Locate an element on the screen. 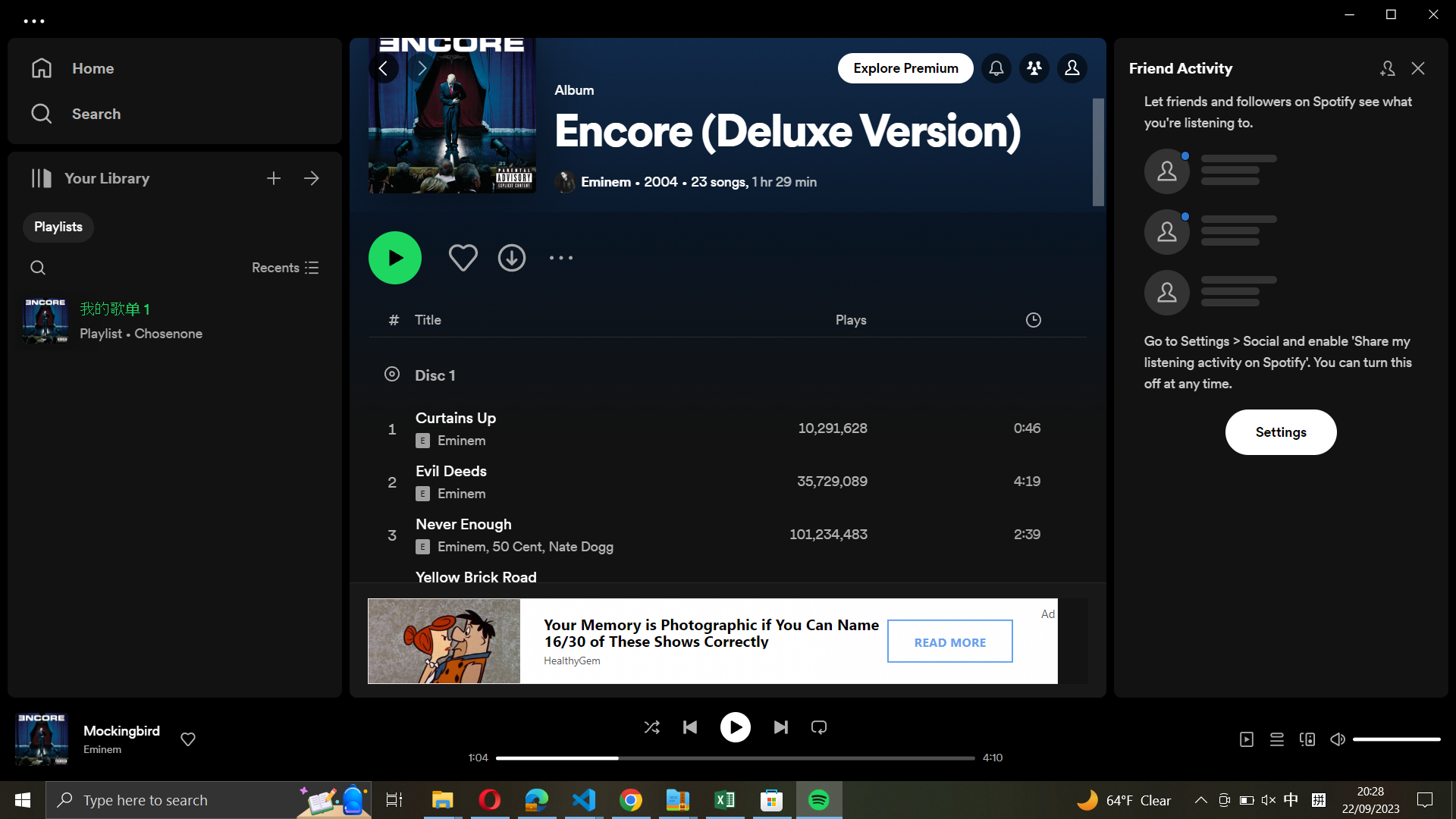 The width and height of the screenshot is (1456, 819). the settings menu is located at coordinates (1280, 431).